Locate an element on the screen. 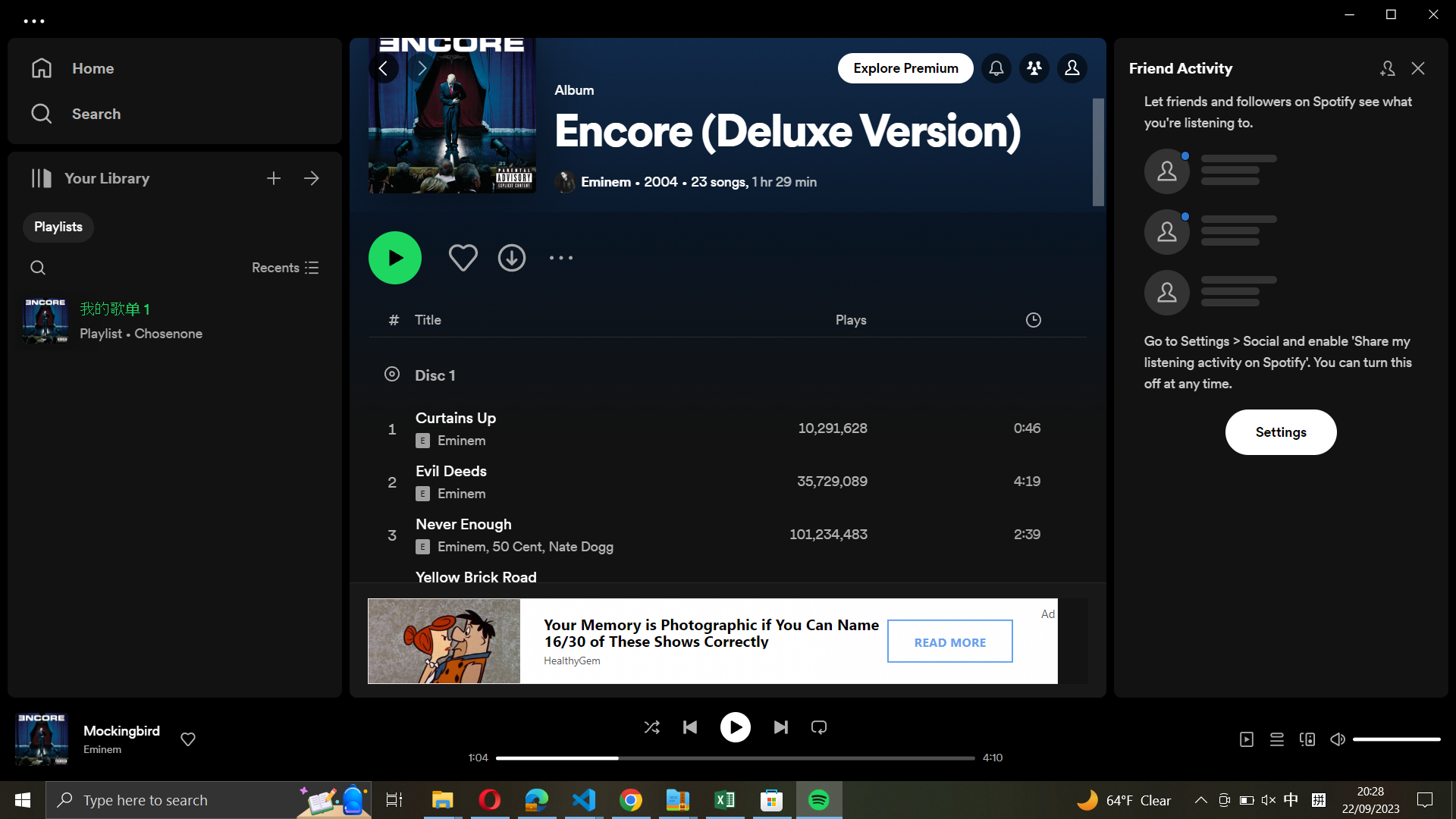 The width and height of the screenshot is (1456, 819). the settings menu is located at coordinates (1280, 431).